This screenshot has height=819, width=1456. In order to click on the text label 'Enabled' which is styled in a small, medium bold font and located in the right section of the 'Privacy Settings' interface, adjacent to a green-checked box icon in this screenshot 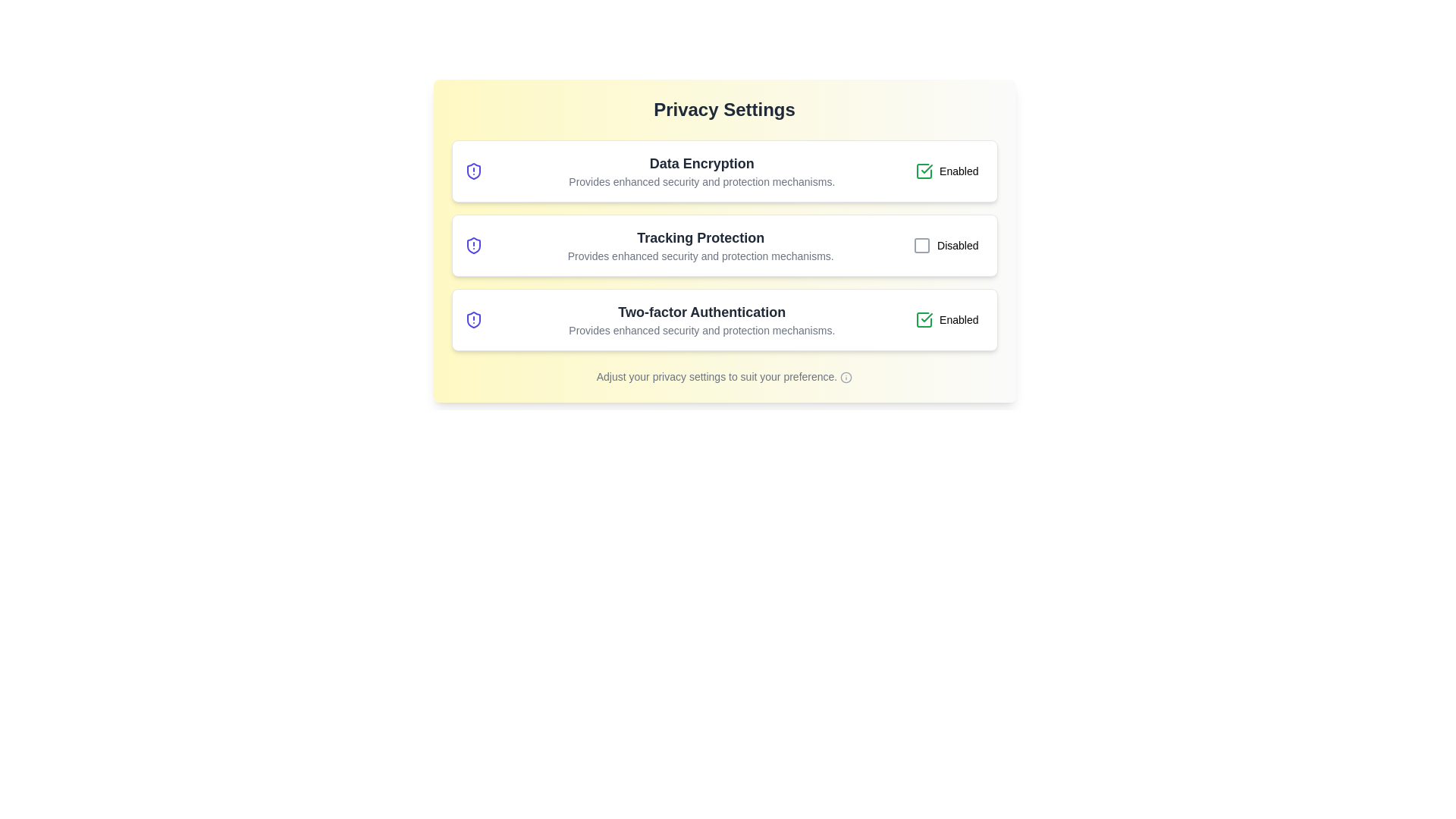, I will do `click(958, 171)`.